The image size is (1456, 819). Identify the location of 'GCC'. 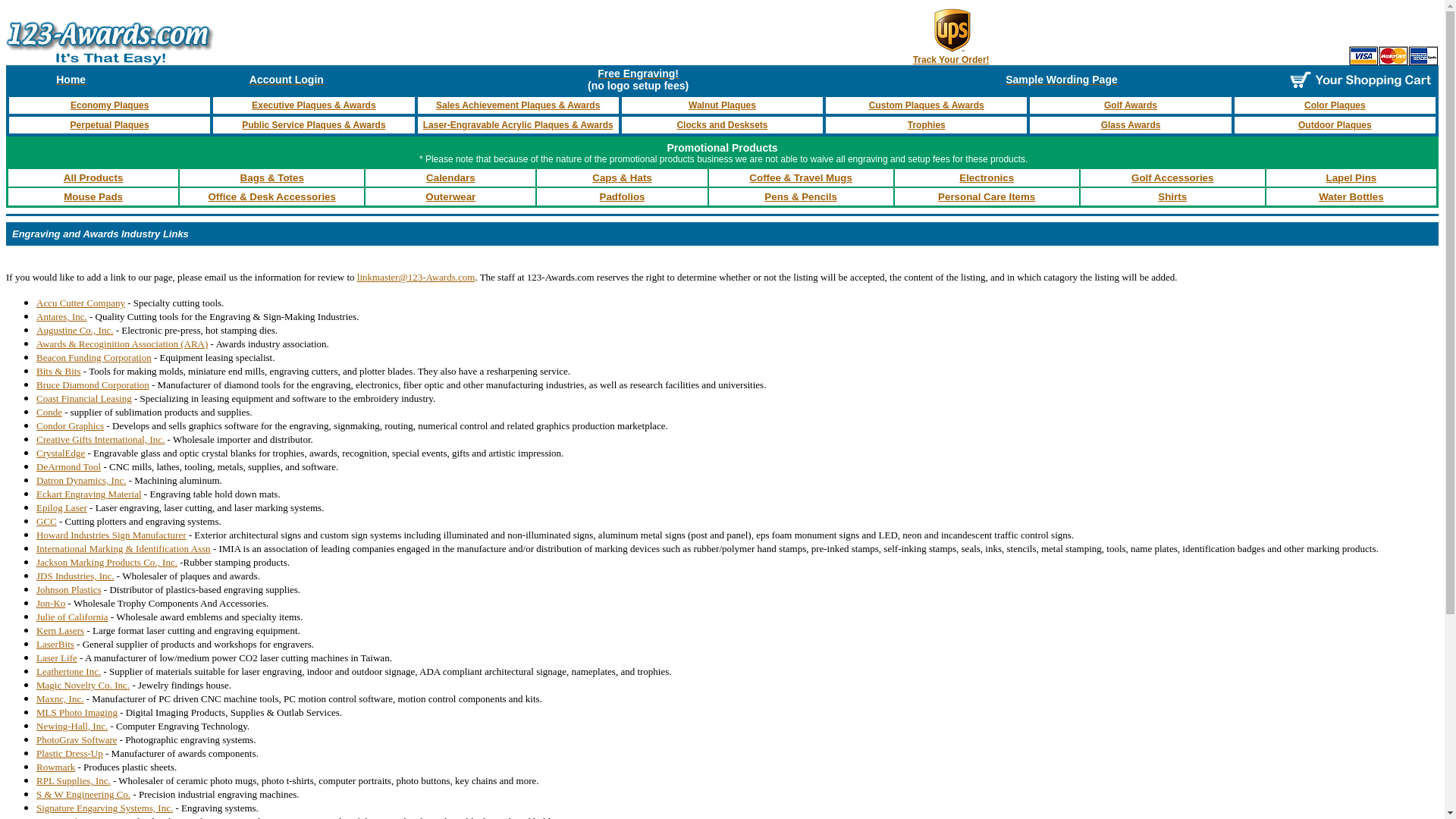
(46, 520).